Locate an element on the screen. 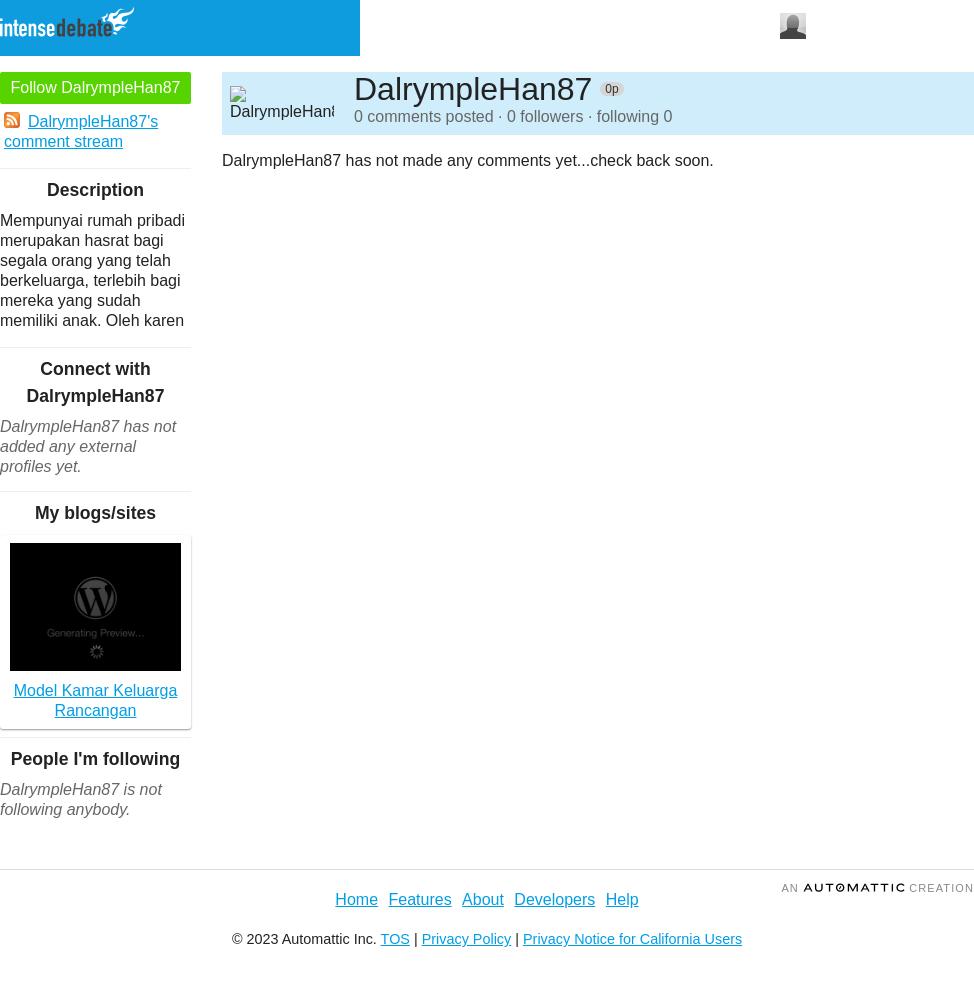  'Privacy Notice for California Users' is located at coordinates (631, 938).